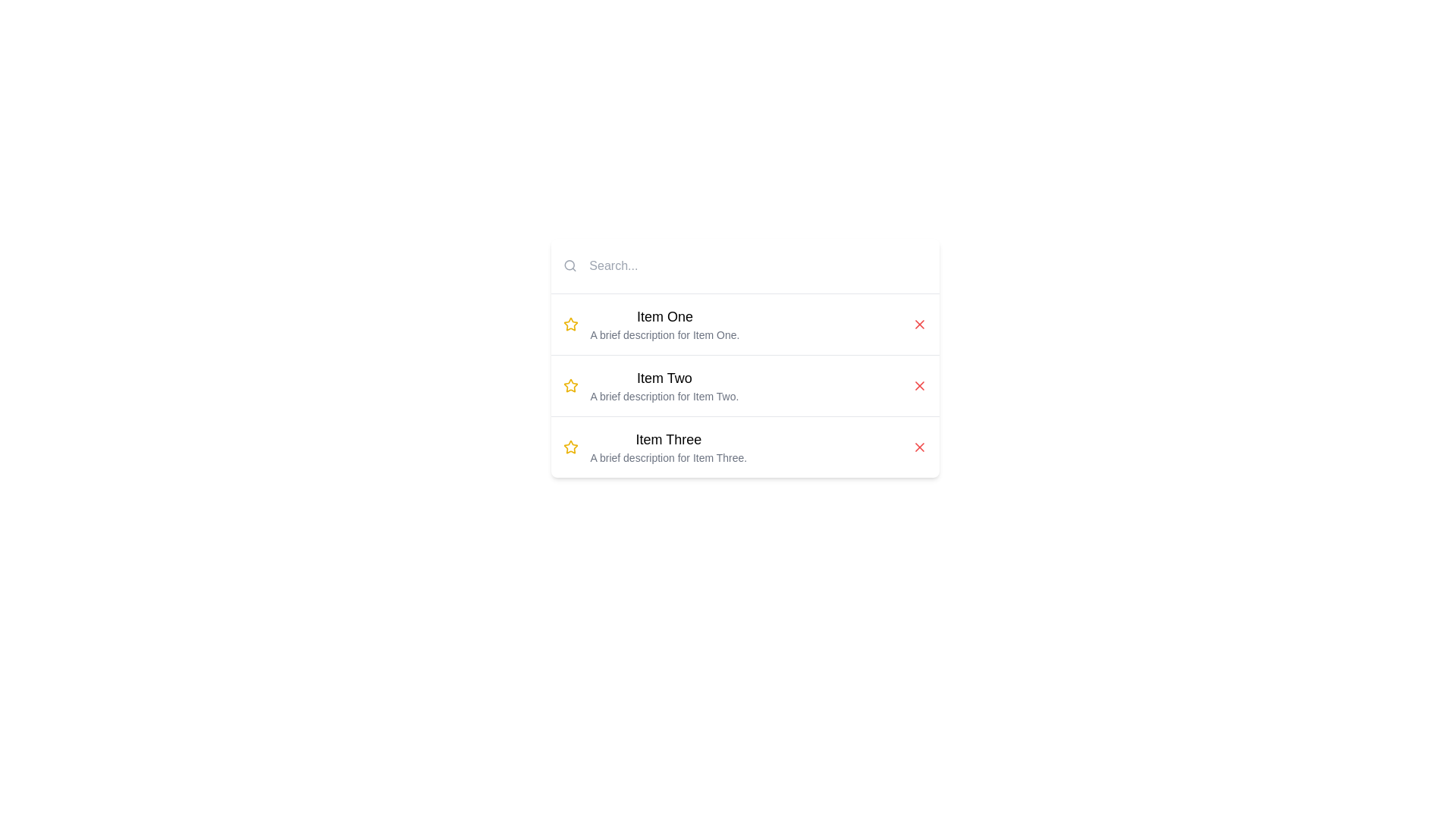 The width and height of the screenshot is (1456, 819). What do you see at coordinates (918, 385) in the screenshot?
I see `the button located` at bounding box center [918, 385].